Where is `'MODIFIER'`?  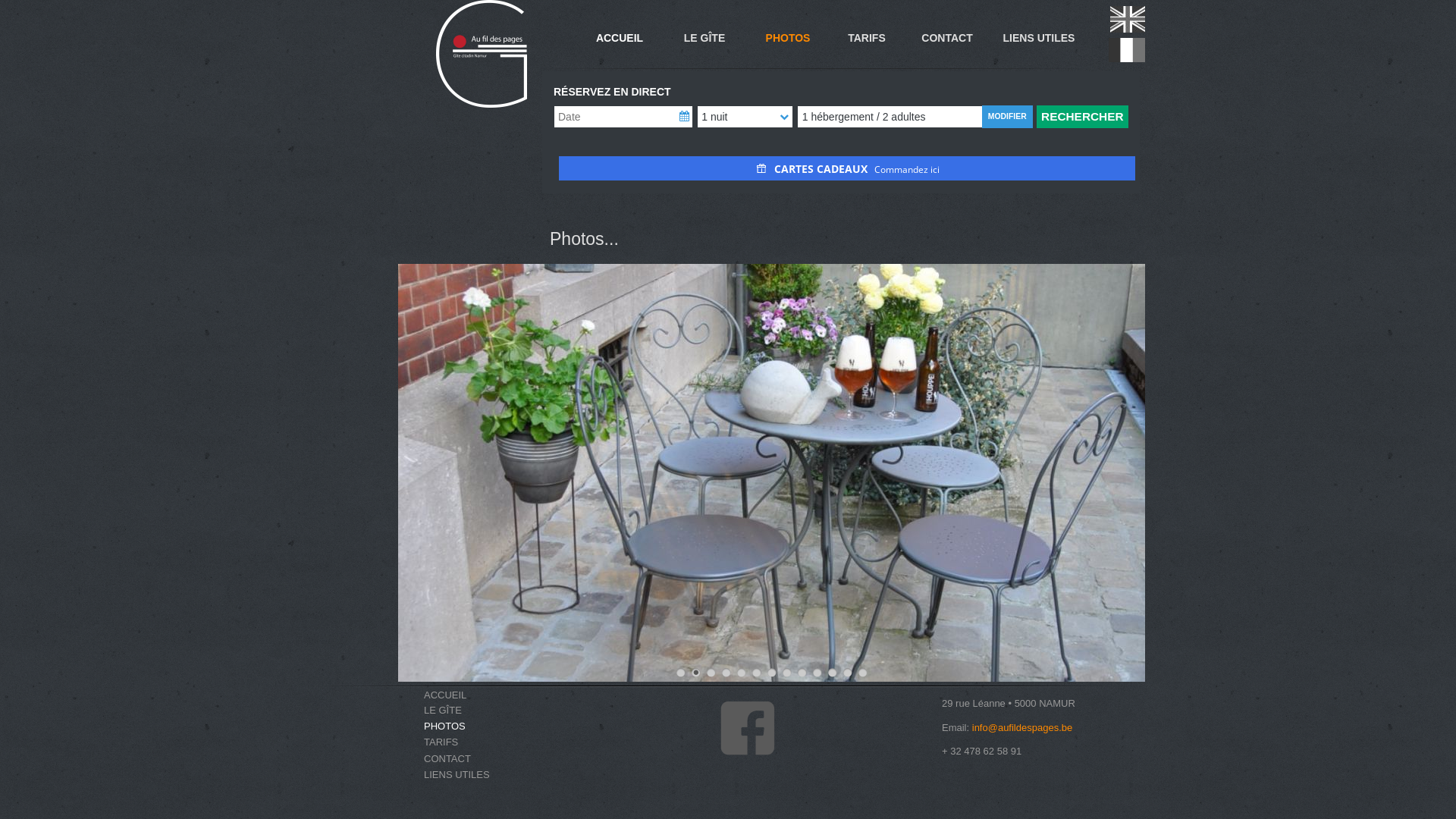
'MODIFIER' is located at coordinates (982, 116).